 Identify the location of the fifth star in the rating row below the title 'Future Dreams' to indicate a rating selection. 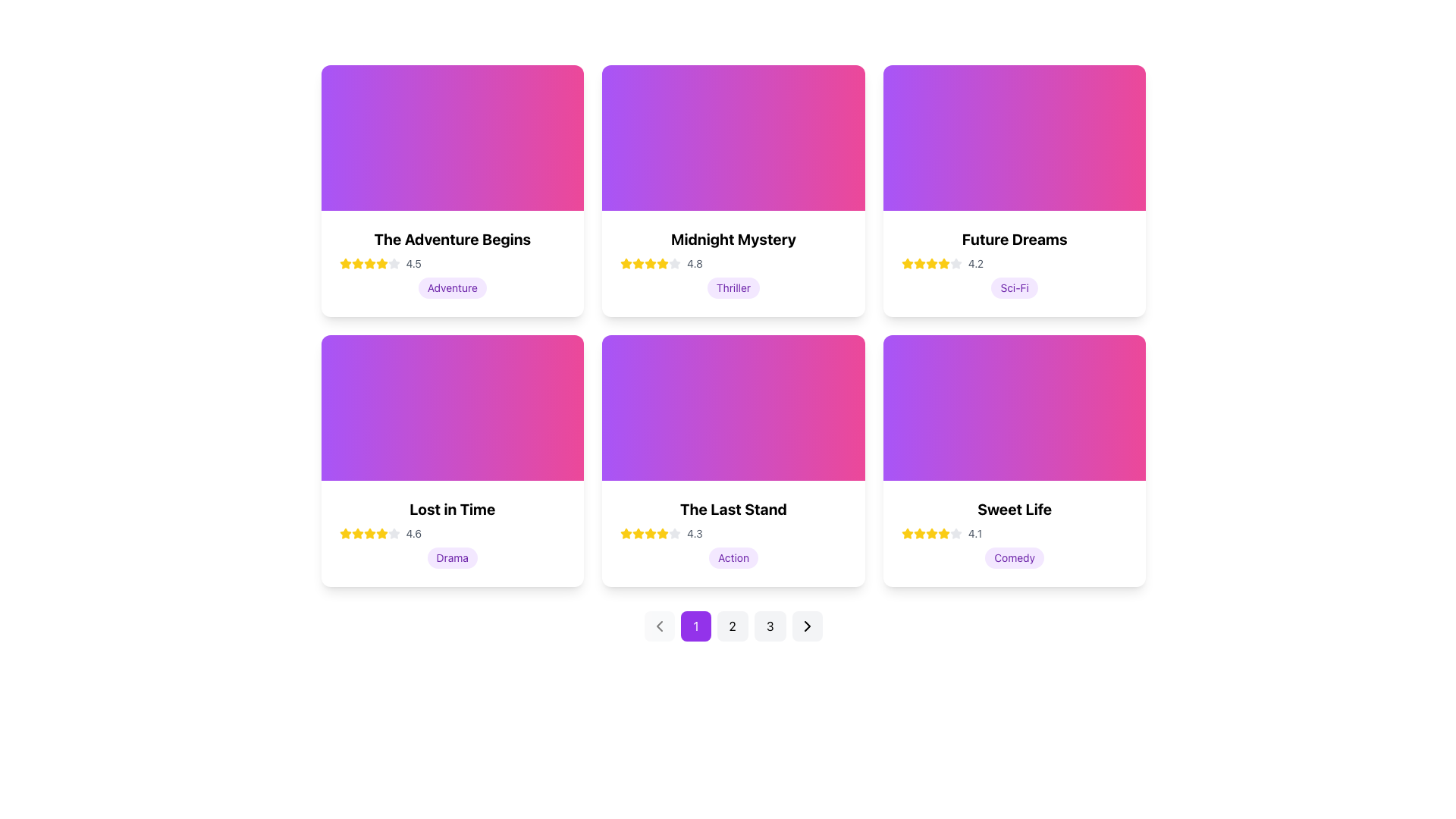
(943, 262).